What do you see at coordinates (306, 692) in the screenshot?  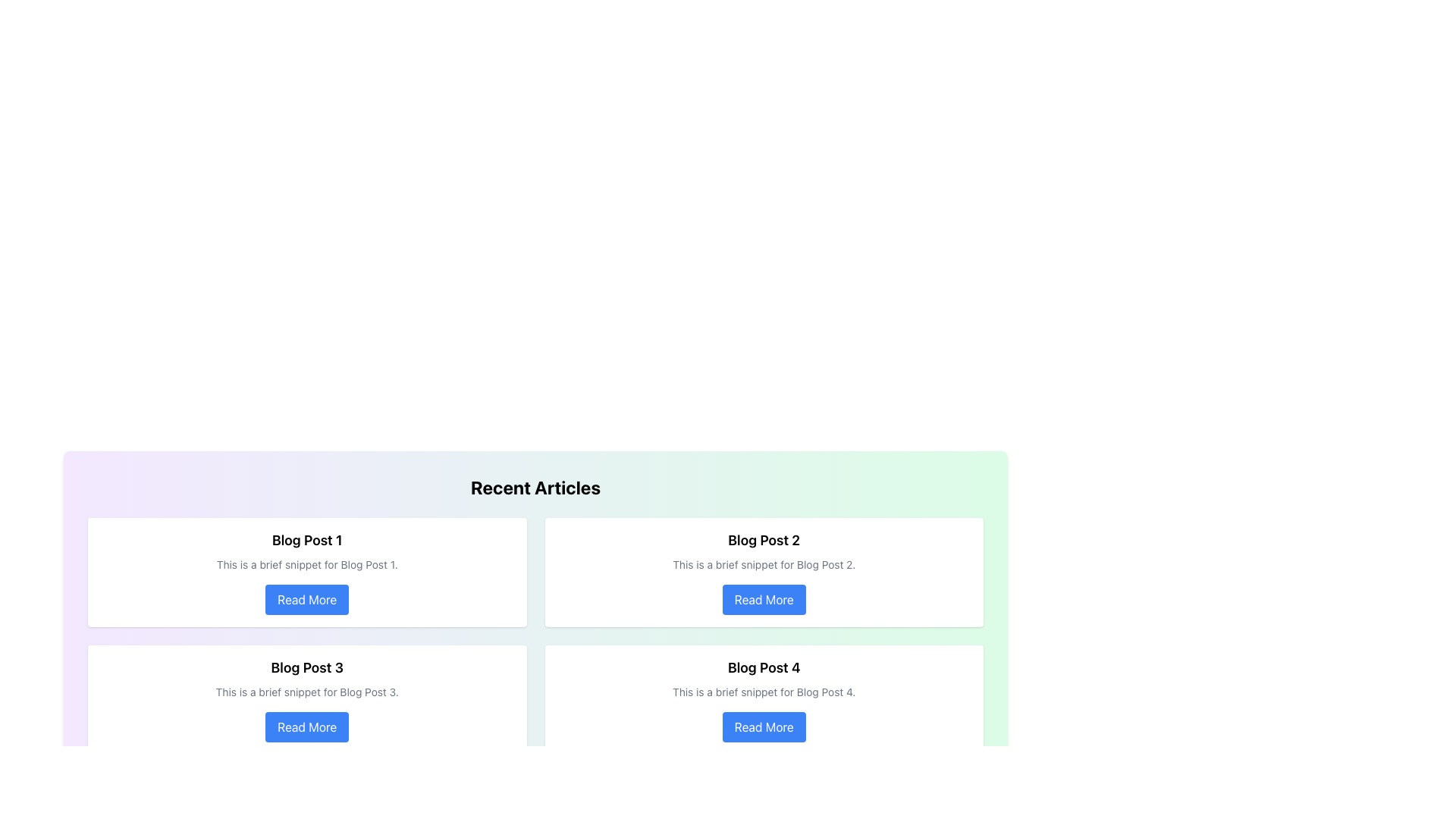 I see `the text display element that reads 'This is a brief snippet for Blog Post 3.', styled in small gray text, located centrally below the title 'Blog Post 3'` at bounding box center [306, 692].